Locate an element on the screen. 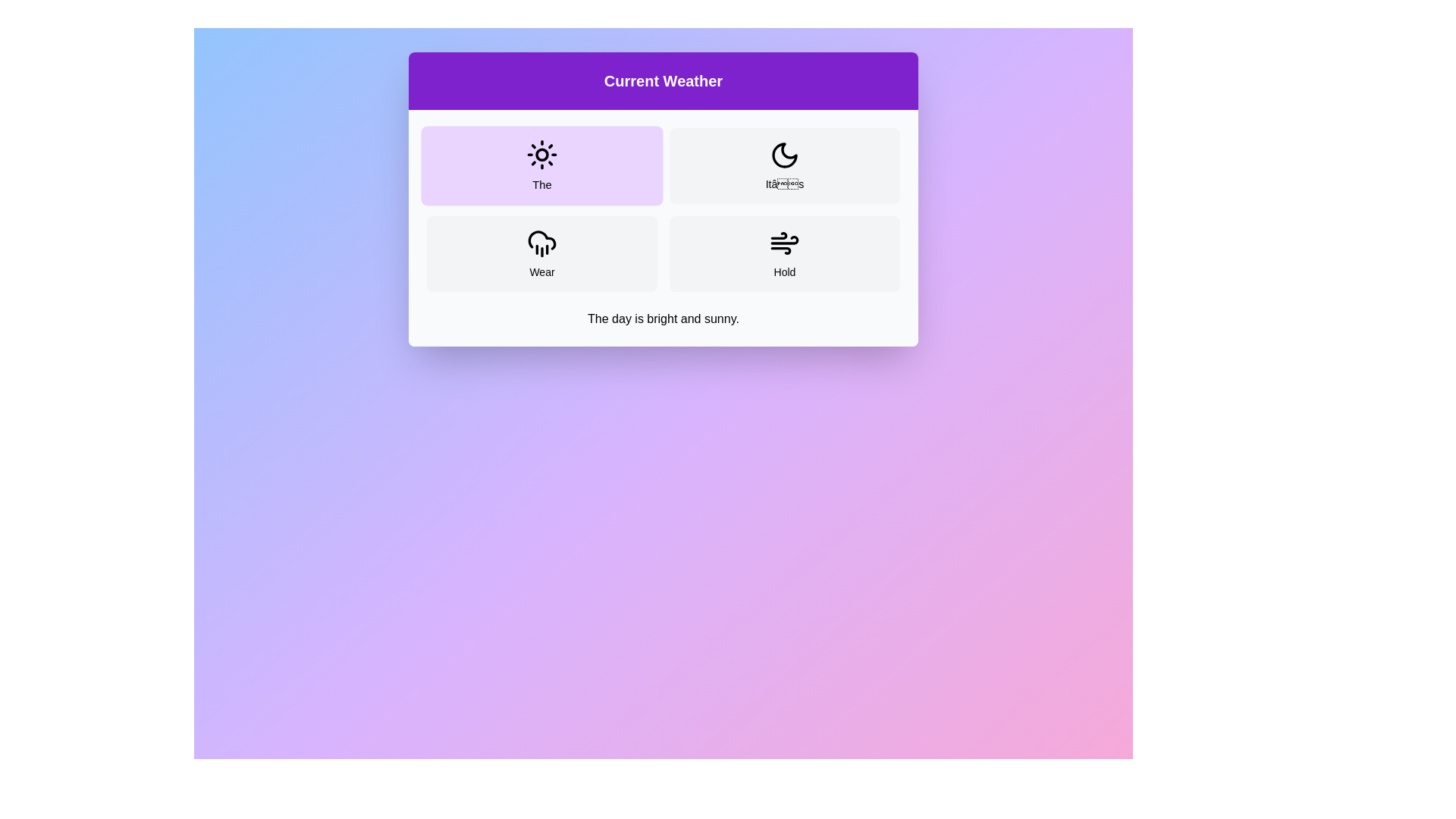  the weather option sunny by clicking on its corresponding area is located at coordinates (542, 166).